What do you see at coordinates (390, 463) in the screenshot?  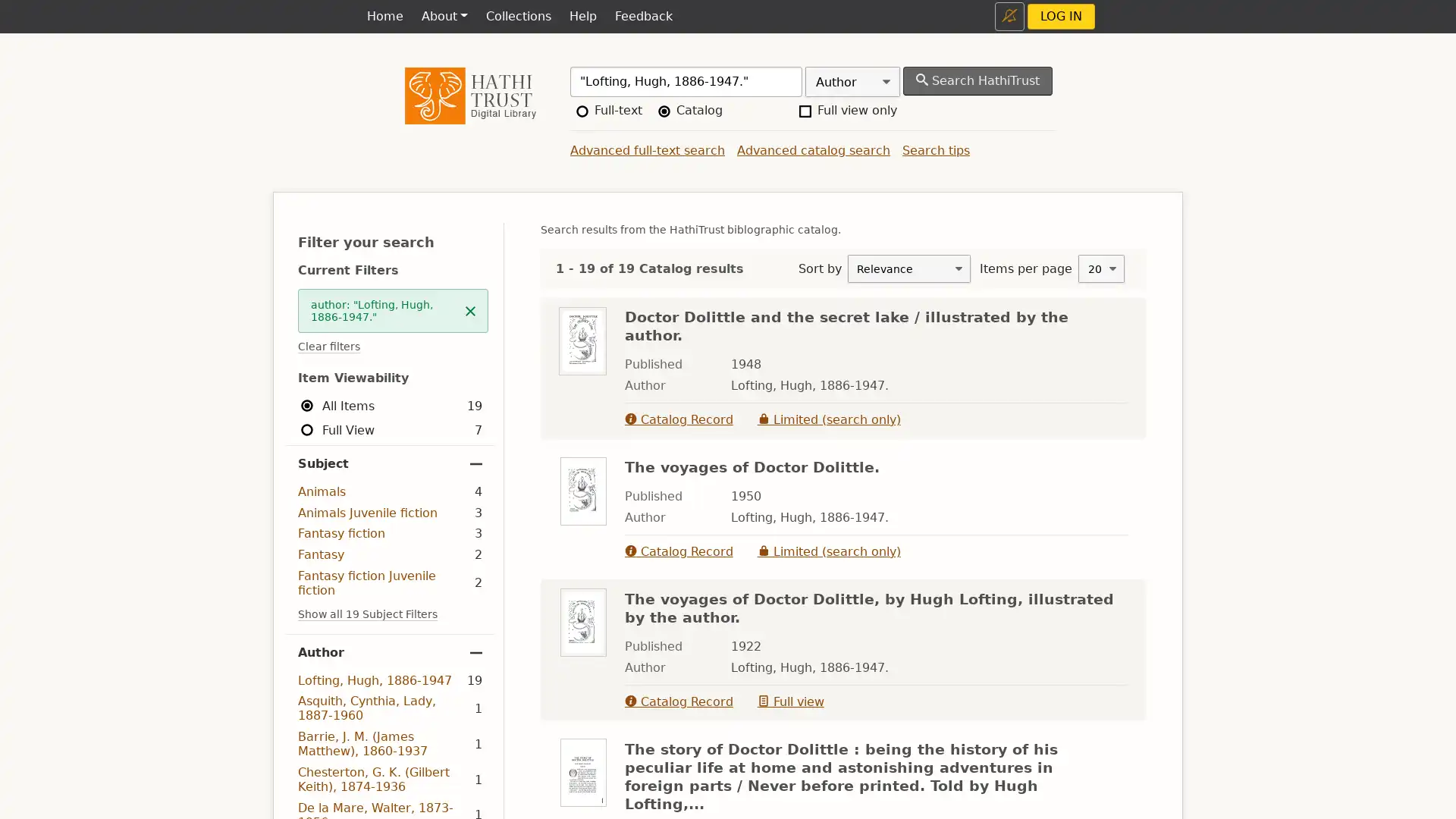 I see `Subject` at bounding box center [390, 463].